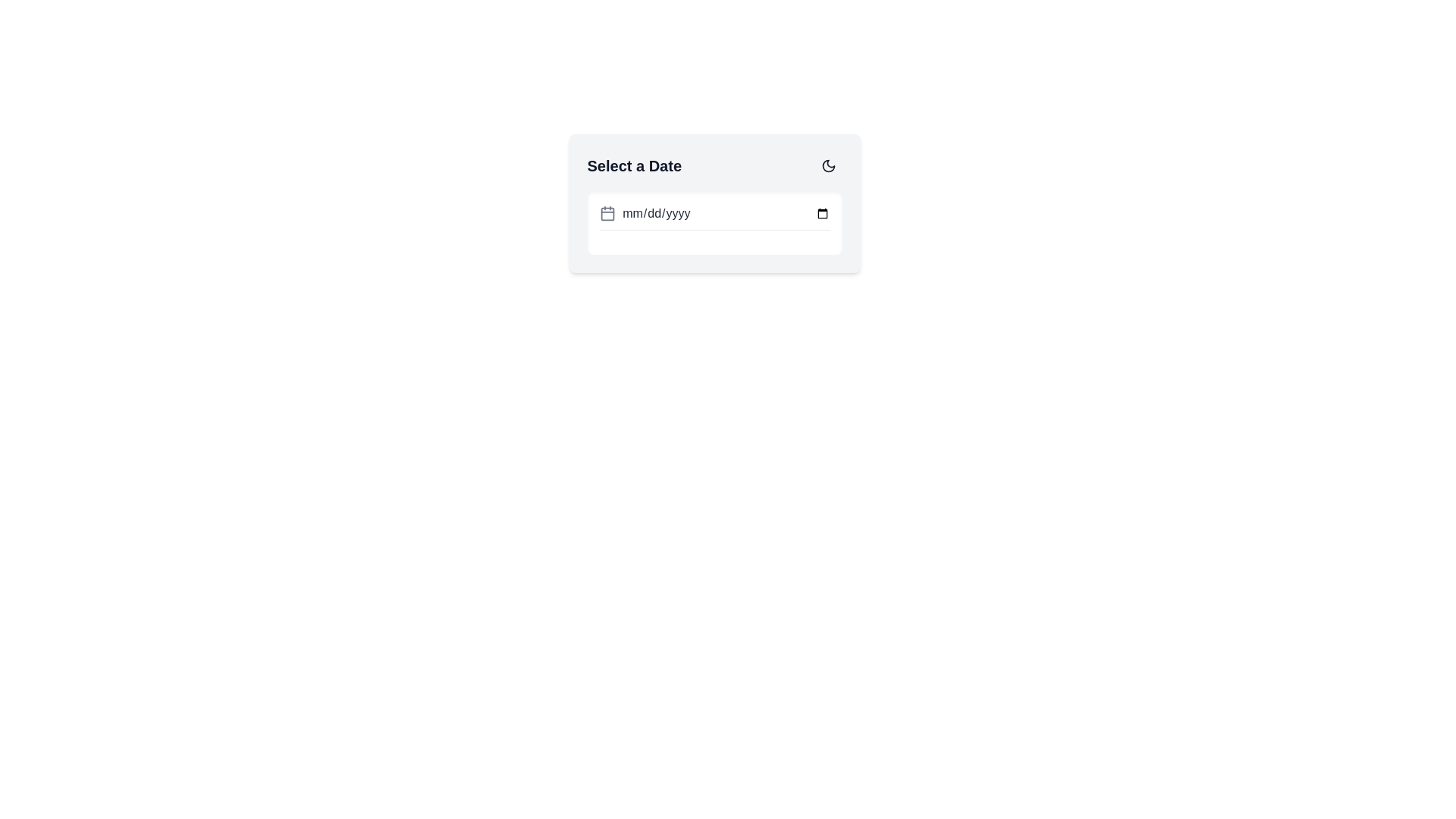 The image size is (1456, 819). Describe the element at coordinates (827, 166) in the screenshot. I see `the toggle button for dark mode, which features a moon icon, located to the right of the 'Select a Date' heading` at that location.